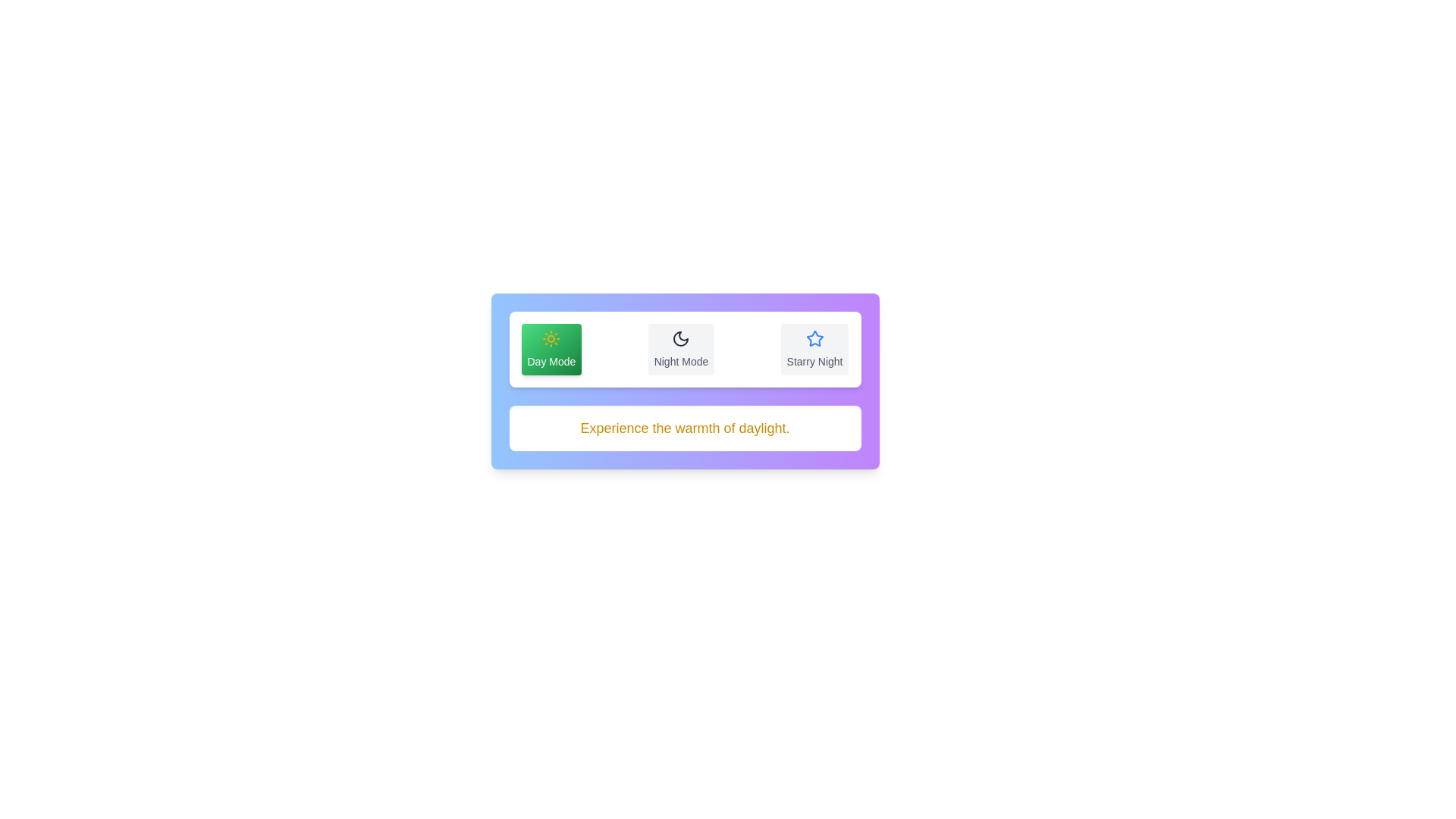  I want to click on the 'Day Mode' icon located at the center of the green 'Day Mode' button, so click(551, 338).